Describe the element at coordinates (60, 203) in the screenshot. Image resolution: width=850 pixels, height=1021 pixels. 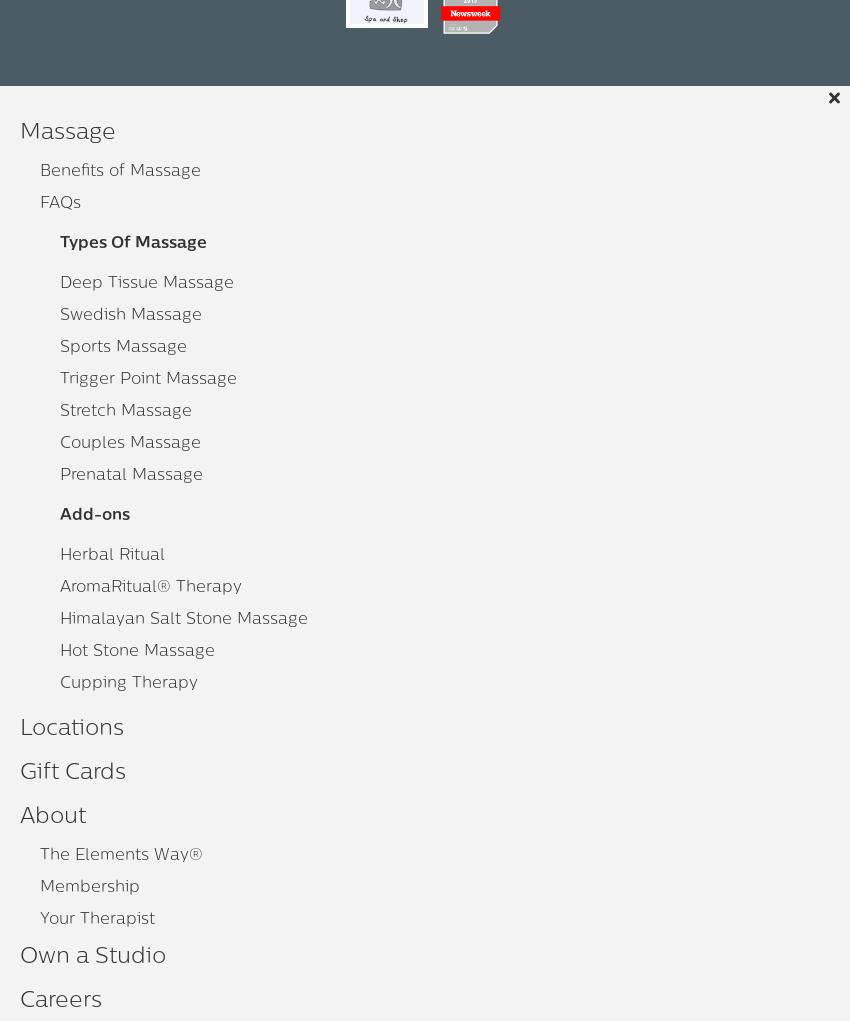
I see `'FAQs'` at that location.